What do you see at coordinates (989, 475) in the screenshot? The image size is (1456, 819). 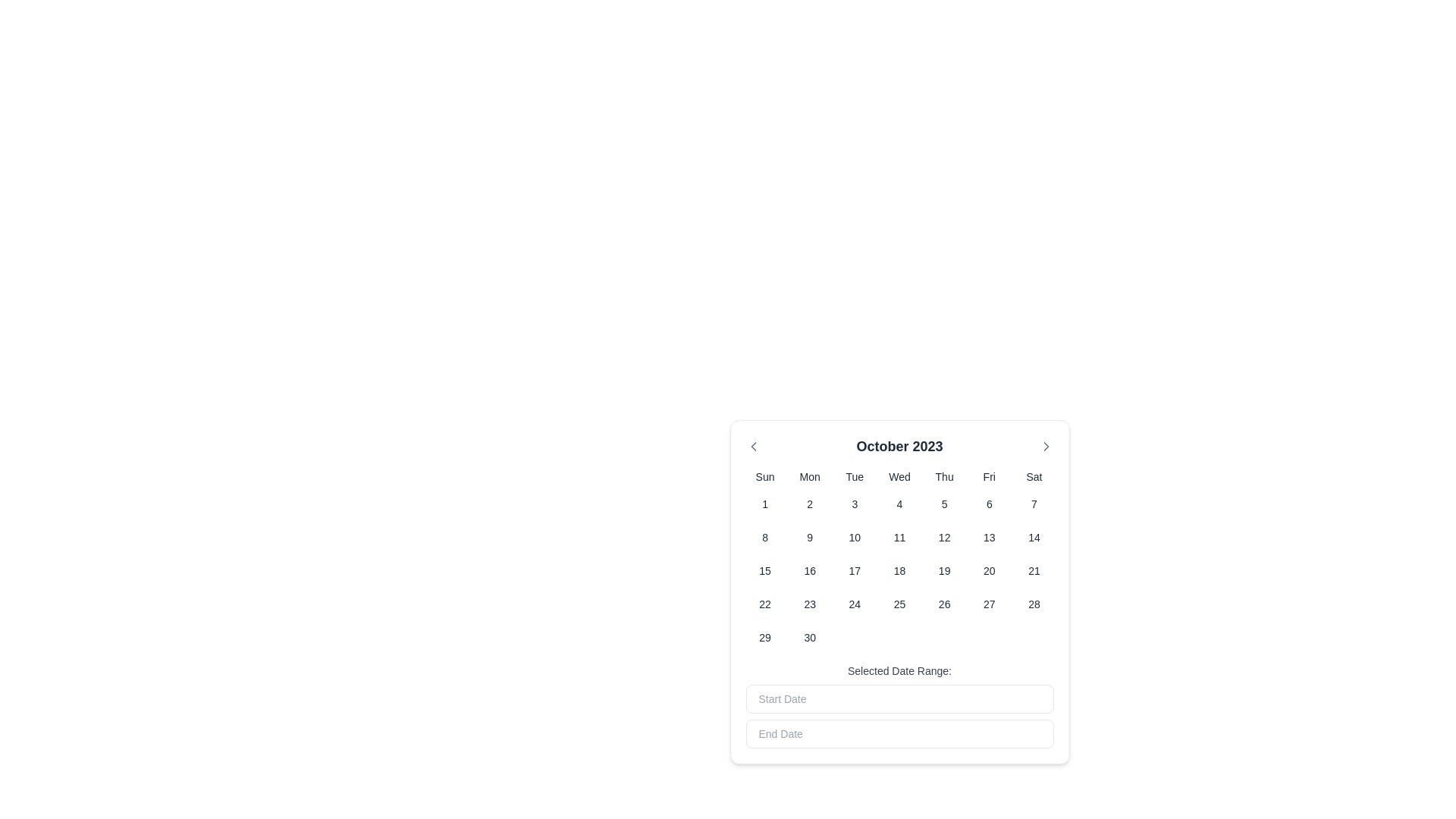 I see `the 'Friday' weekday label in the calendar view, which is the sixth element in the row of weekday labels` at bounding box center [989, 475].